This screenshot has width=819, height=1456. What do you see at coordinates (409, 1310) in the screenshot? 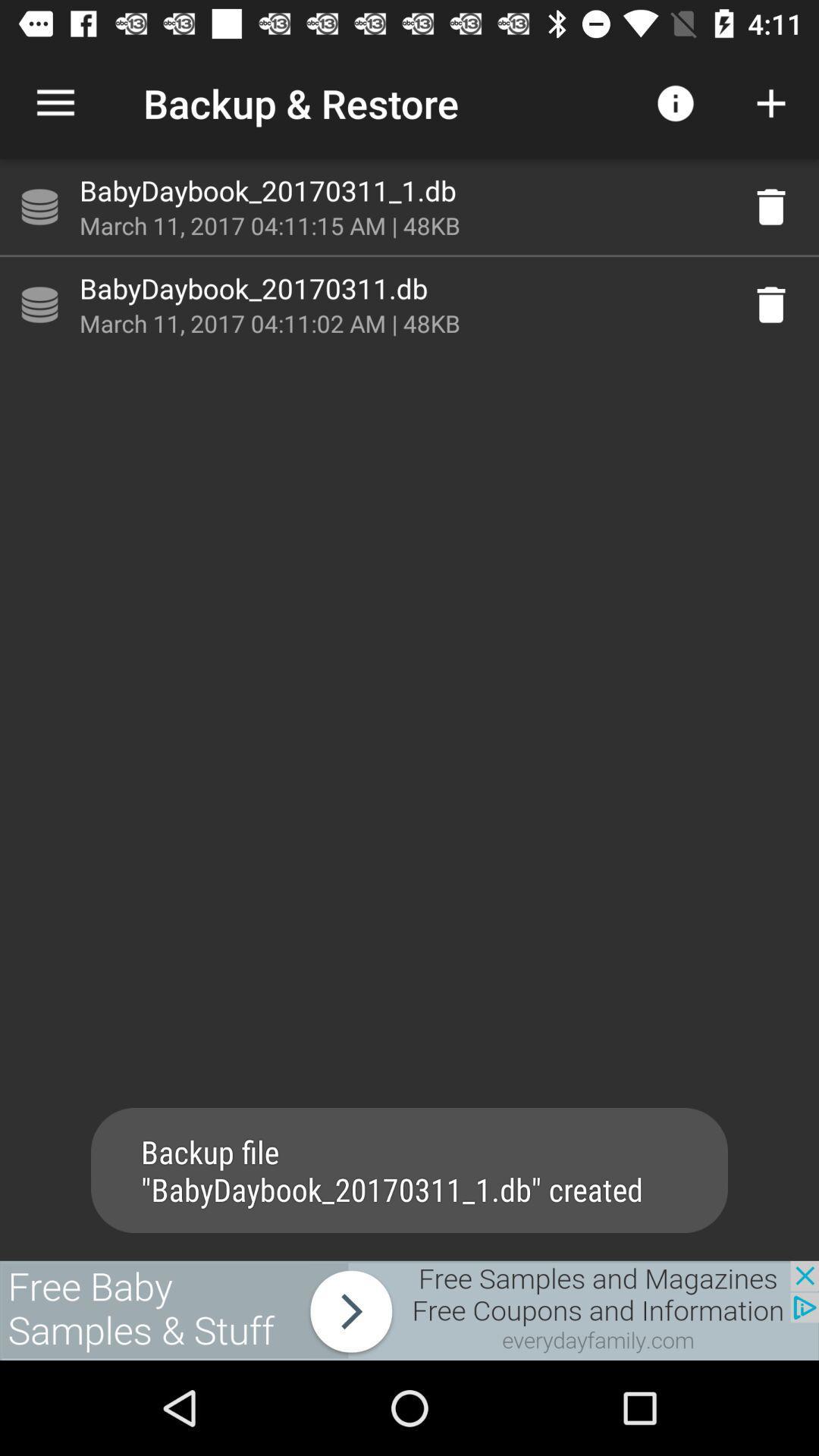
I see `advertiement page` at bounding box center [409, 1310].